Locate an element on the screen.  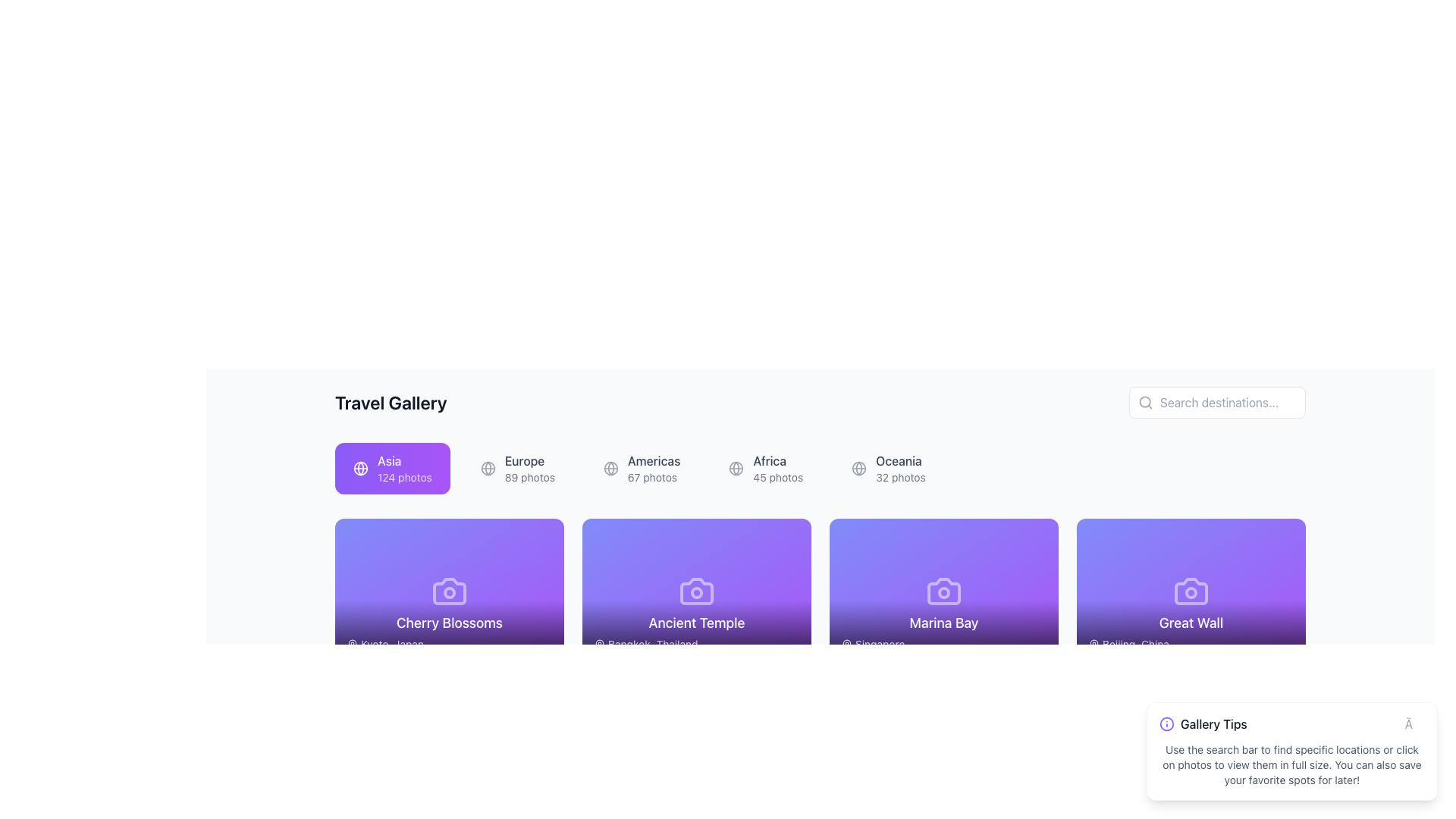
the location pin icon associated with 'Kyoto, Japan' under 'Cherry Blossoms' is located at coordinates (352, 643).